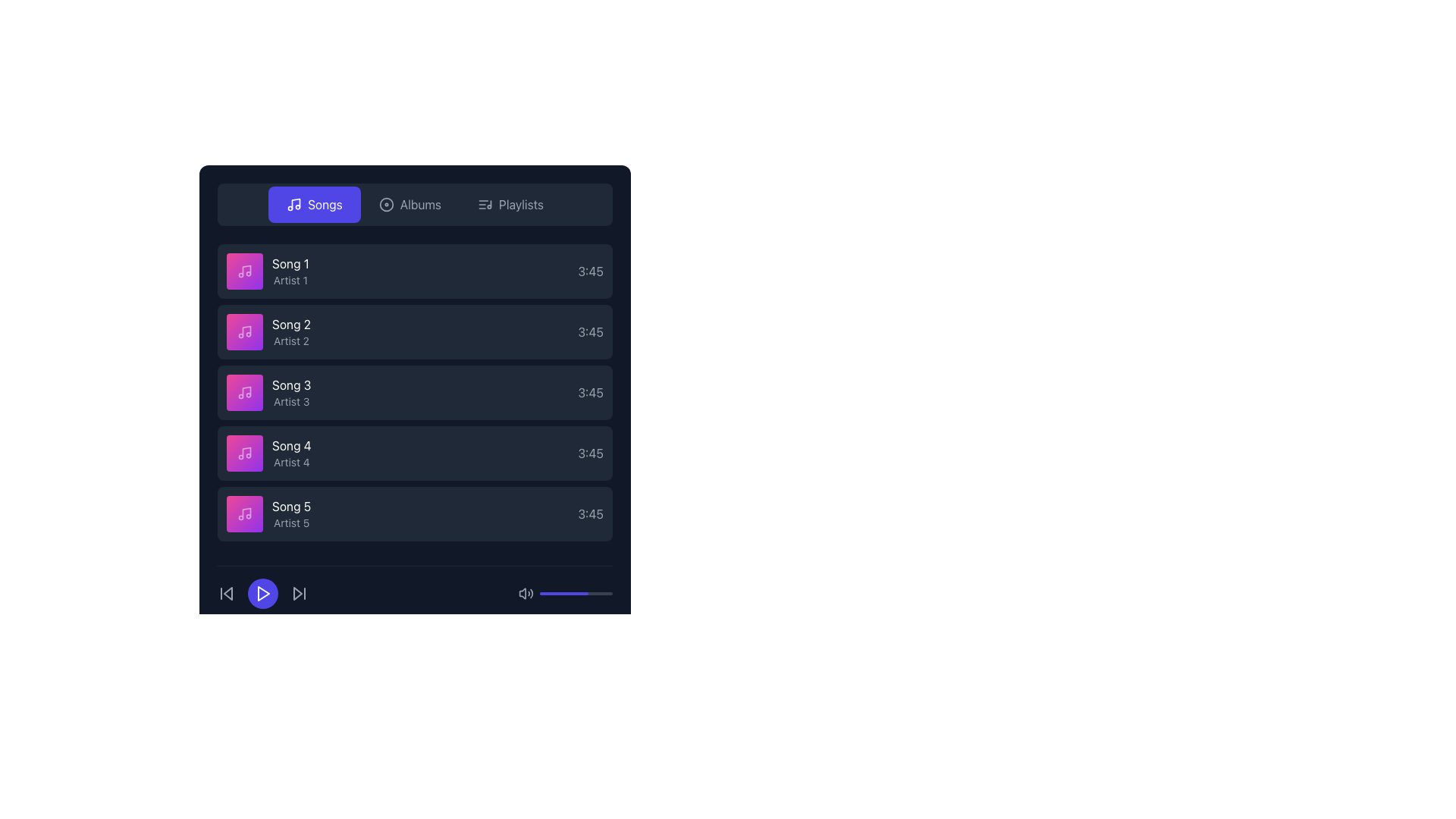 Image resolution: width=1456 pixels, height=819 pixels. What do you see at coordinates (244, 271) in the screenshot?
I see `the icon that represents the first song in the playlist, located directly to the left of the text 'Song 1' and 'Artist 1'` at bounding box center [244, 271].